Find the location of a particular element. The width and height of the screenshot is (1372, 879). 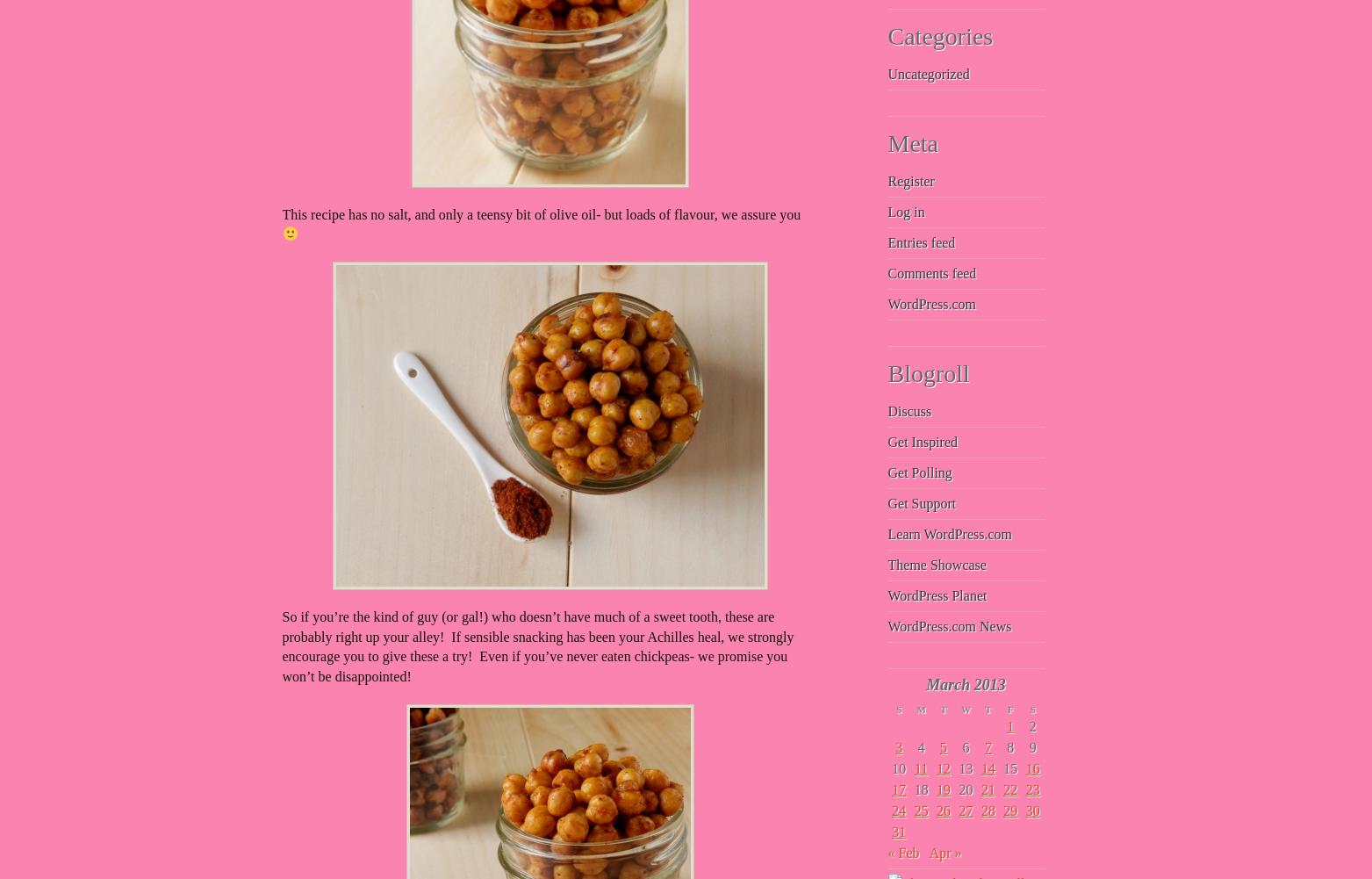

'Uncategorized' is located at coordinates (928, 72).